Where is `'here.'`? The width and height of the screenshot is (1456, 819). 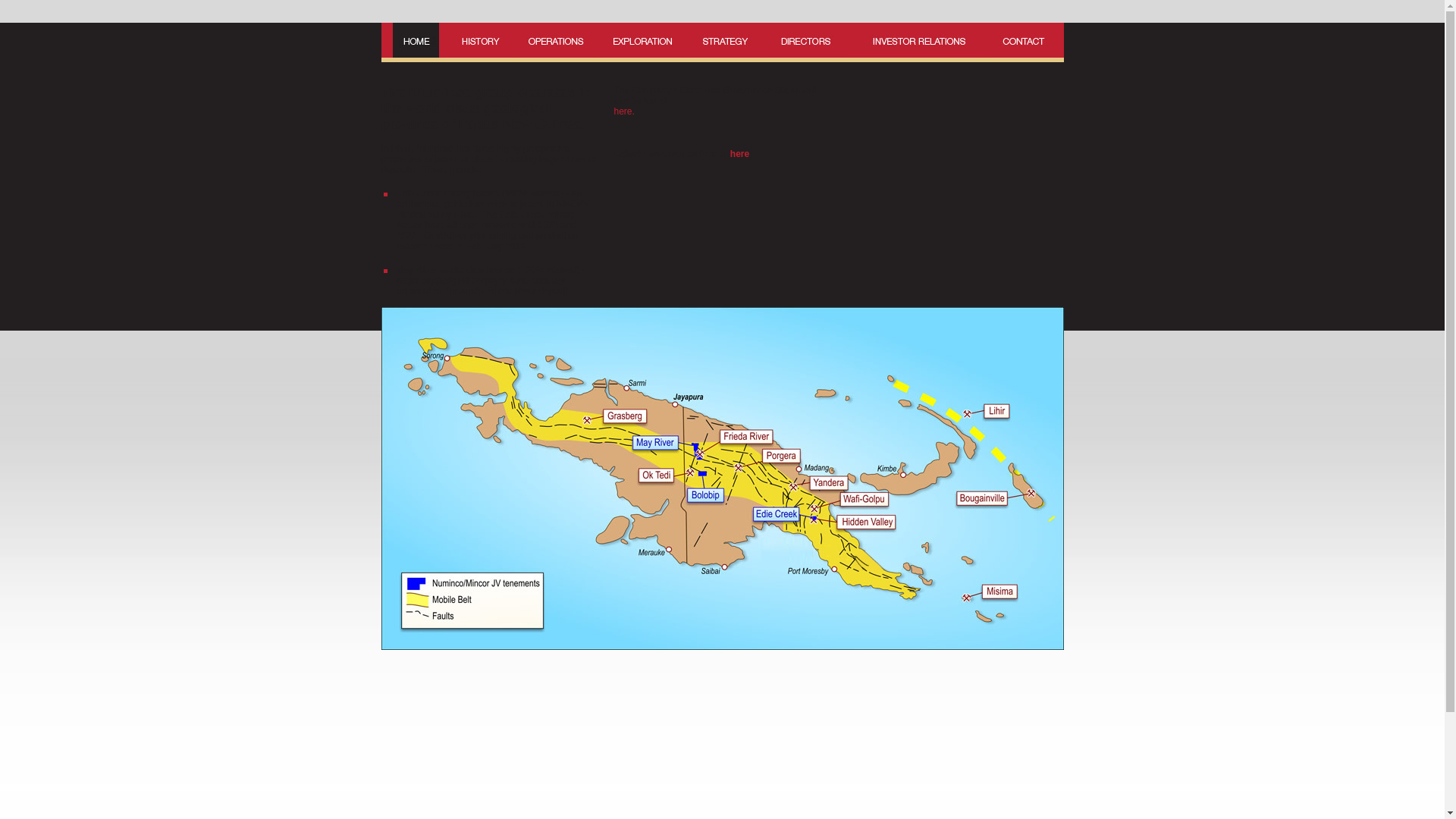 'here.' is located at coordinates (624, 110).